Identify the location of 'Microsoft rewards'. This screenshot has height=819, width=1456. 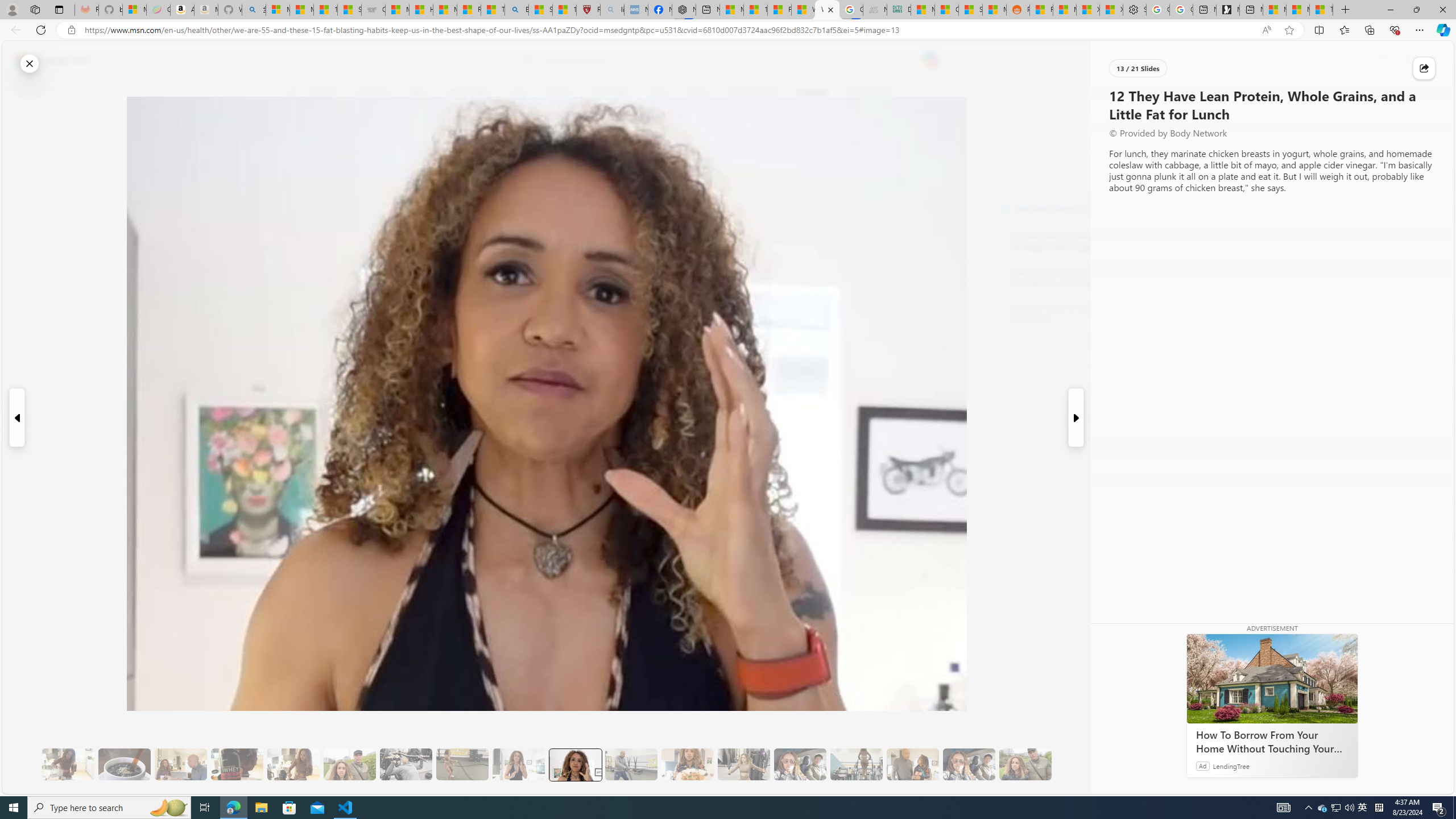
(1383, 60).